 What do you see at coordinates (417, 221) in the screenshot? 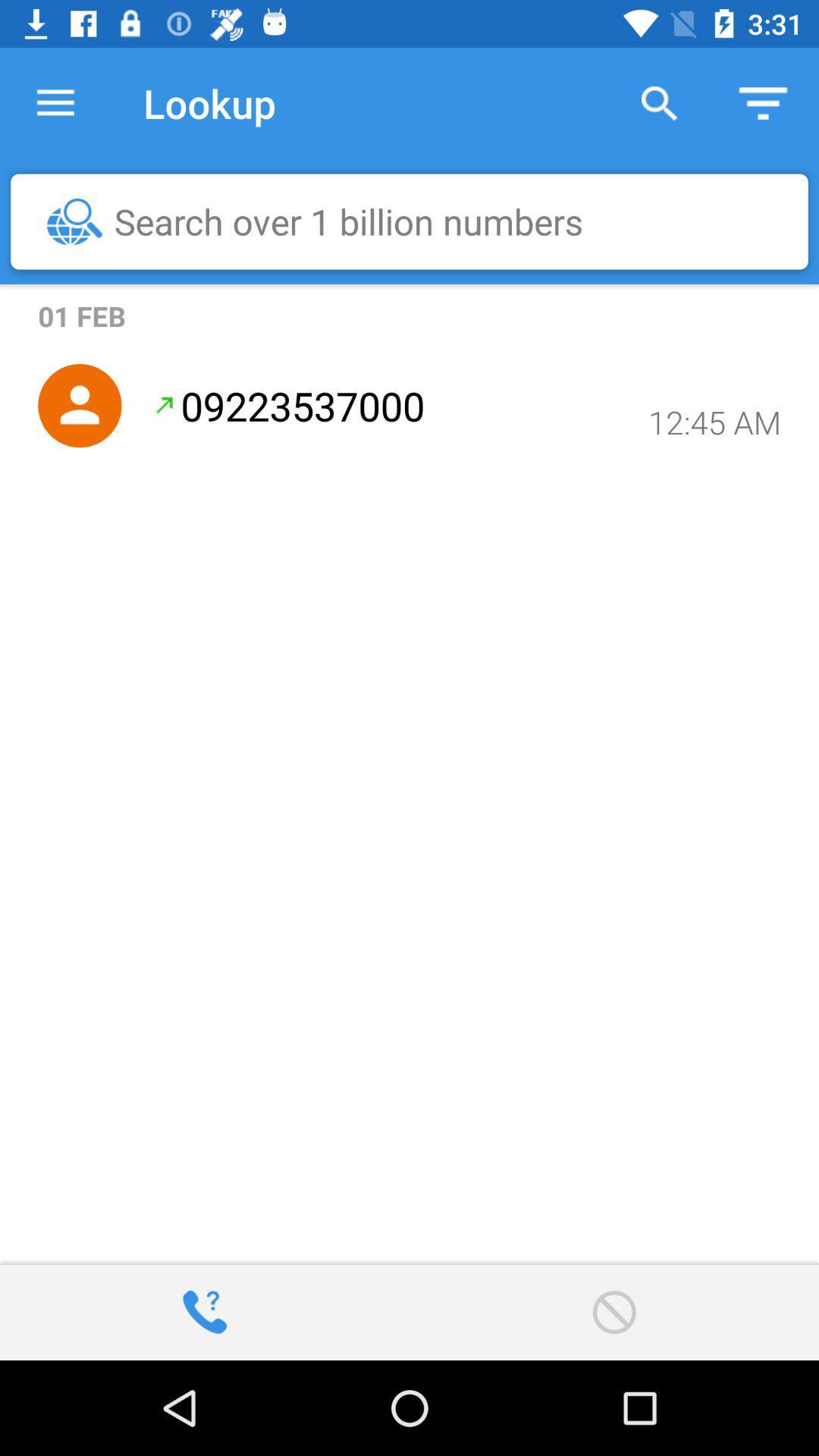
I see `search over 1` at bounding box center [417, 221].